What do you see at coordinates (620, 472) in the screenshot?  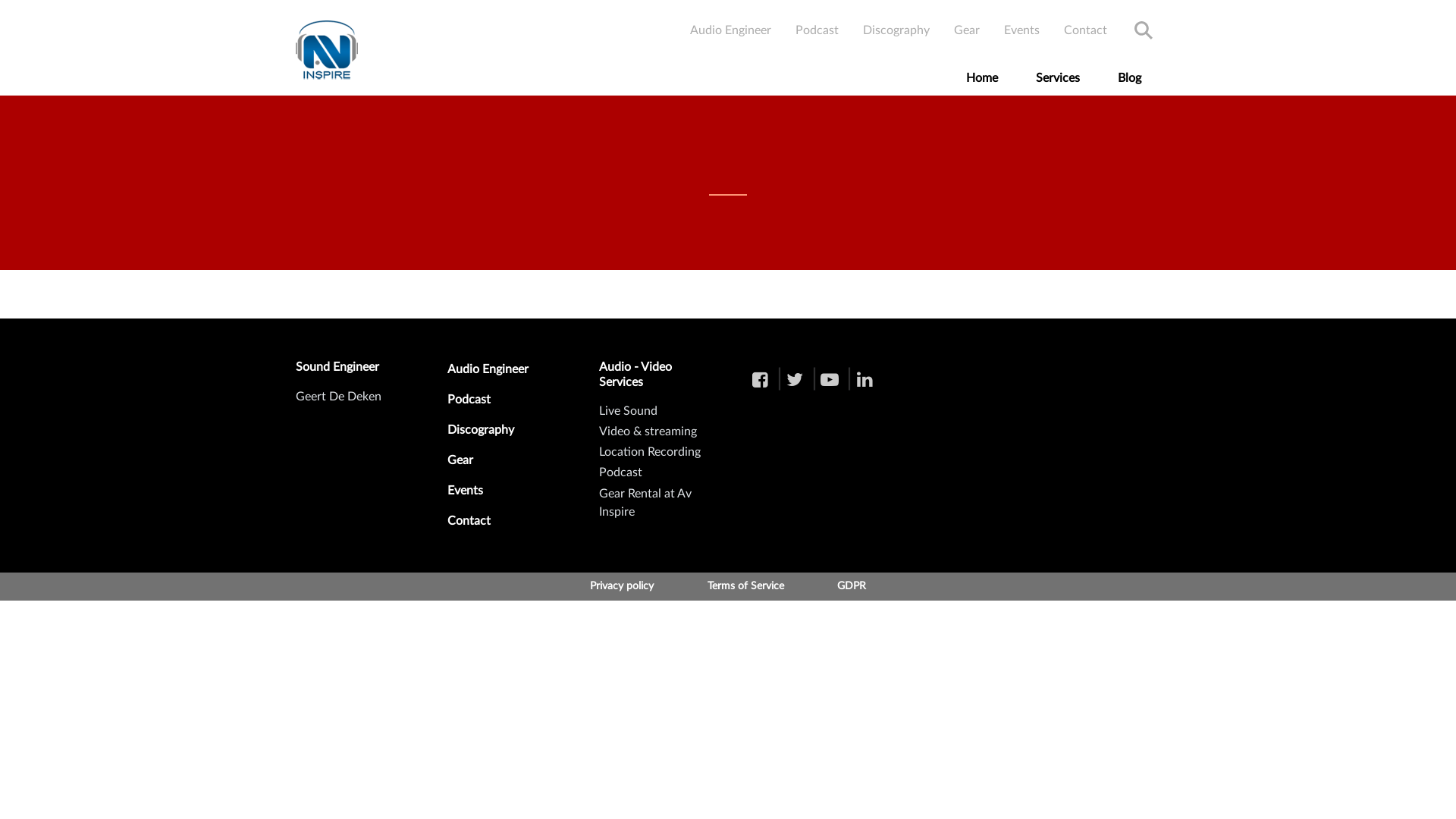 I see `'Podcast'` at bounding box center [620, 472].